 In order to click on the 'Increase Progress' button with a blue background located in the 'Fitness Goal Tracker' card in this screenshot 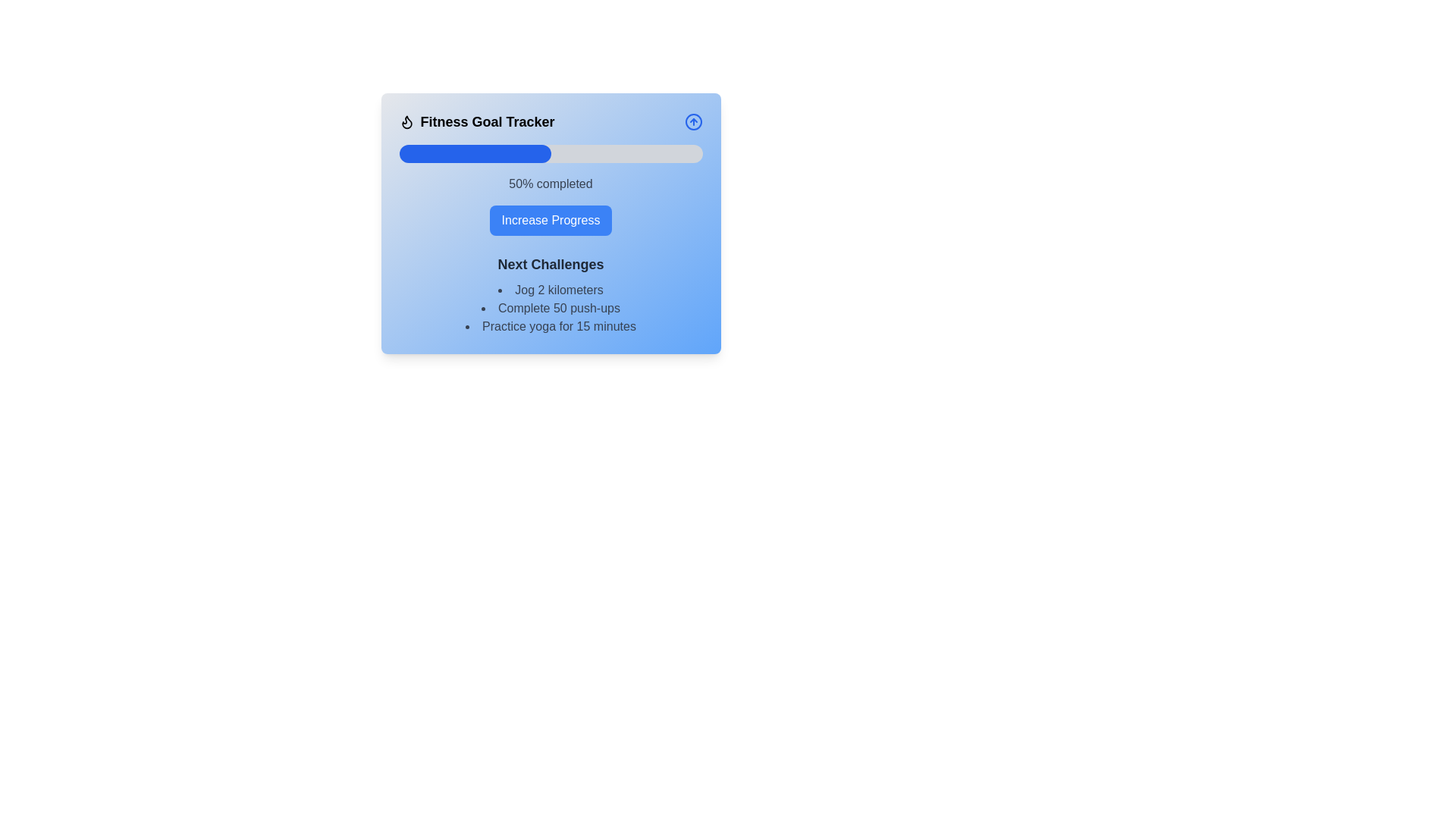, I will do `click(550, 220)`.